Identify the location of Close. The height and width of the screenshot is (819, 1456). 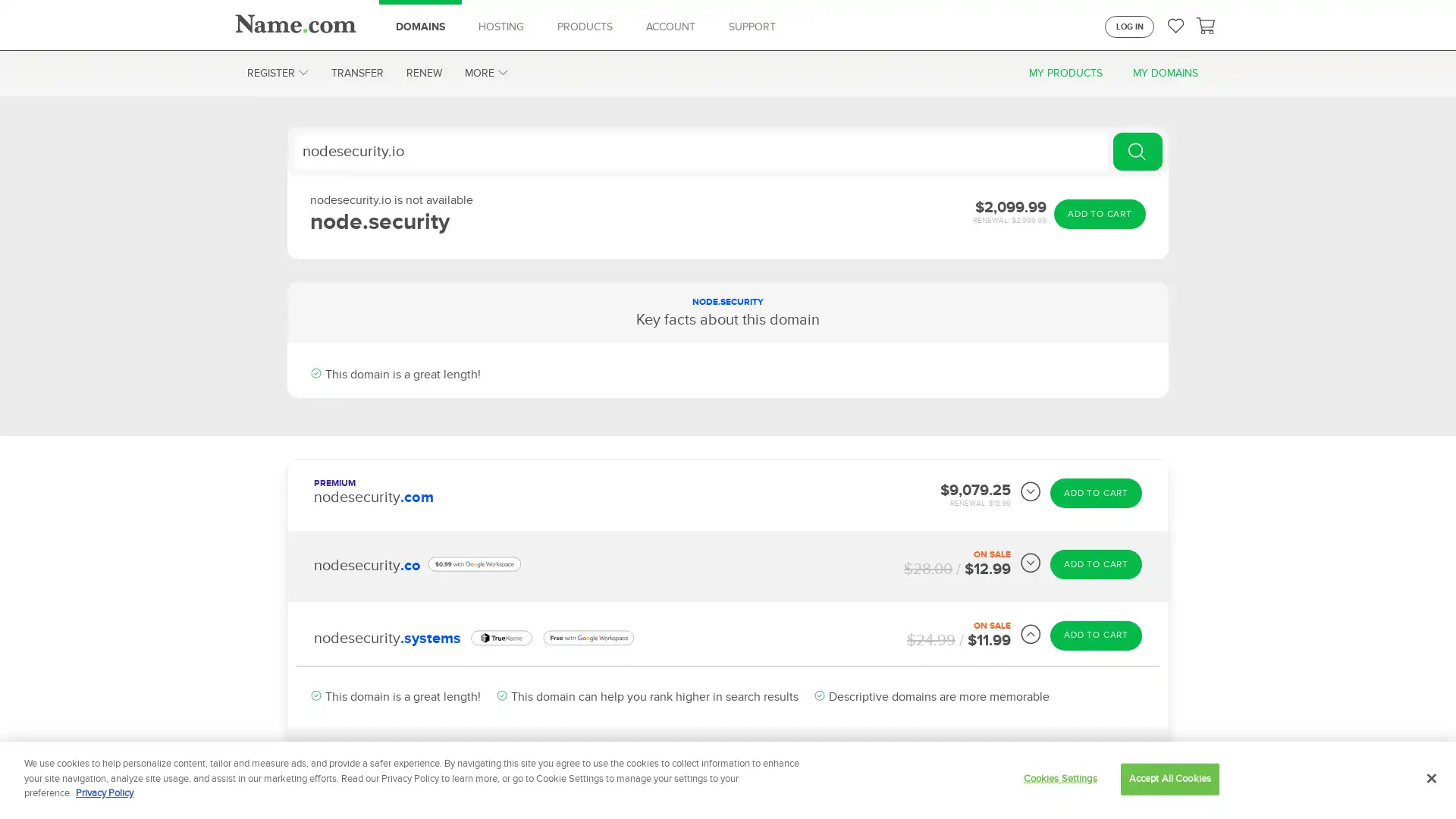
(1430, 778).